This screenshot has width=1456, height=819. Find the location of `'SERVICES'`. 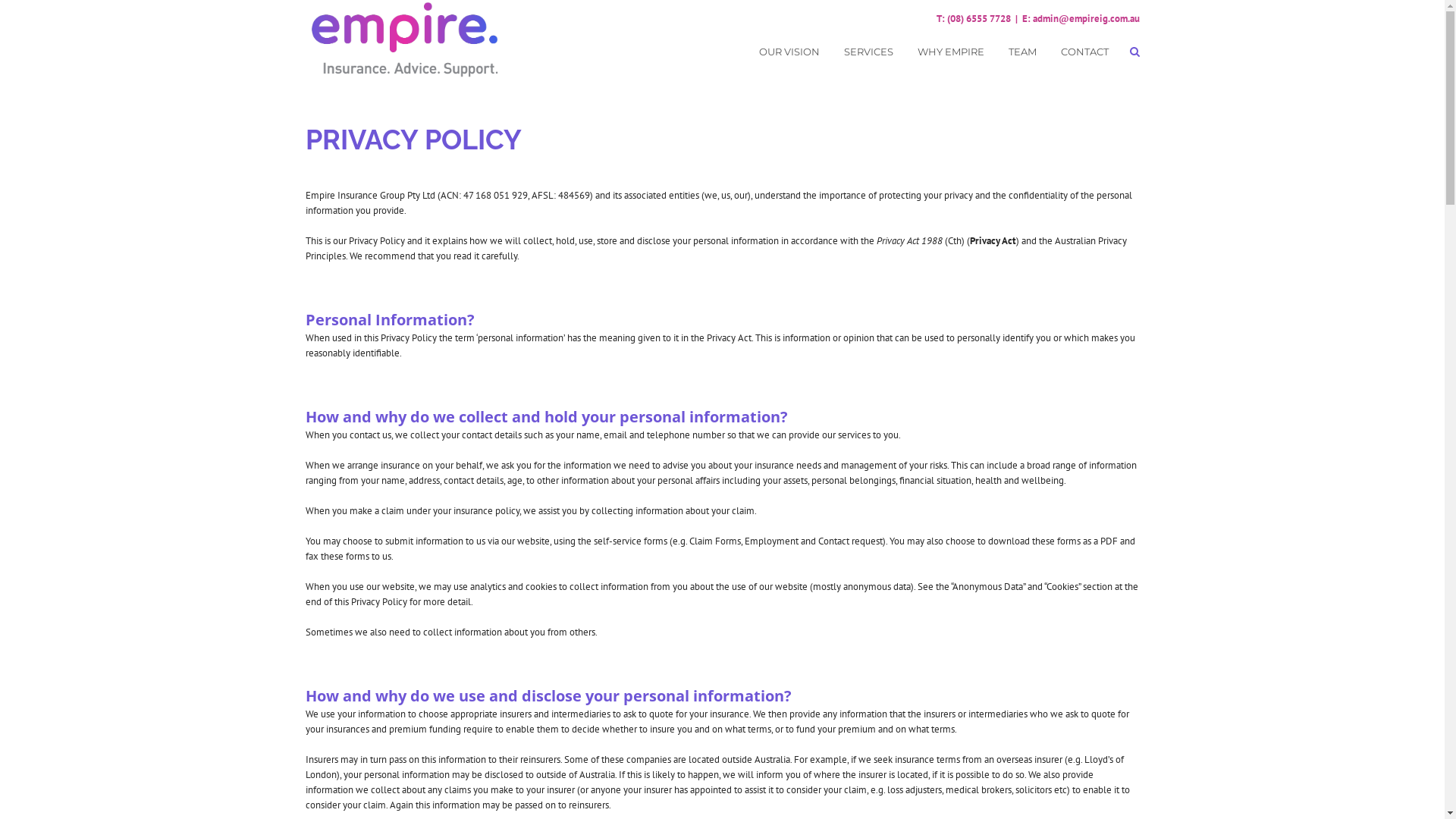

'SERVICES' is located at coordinates (868, 52).